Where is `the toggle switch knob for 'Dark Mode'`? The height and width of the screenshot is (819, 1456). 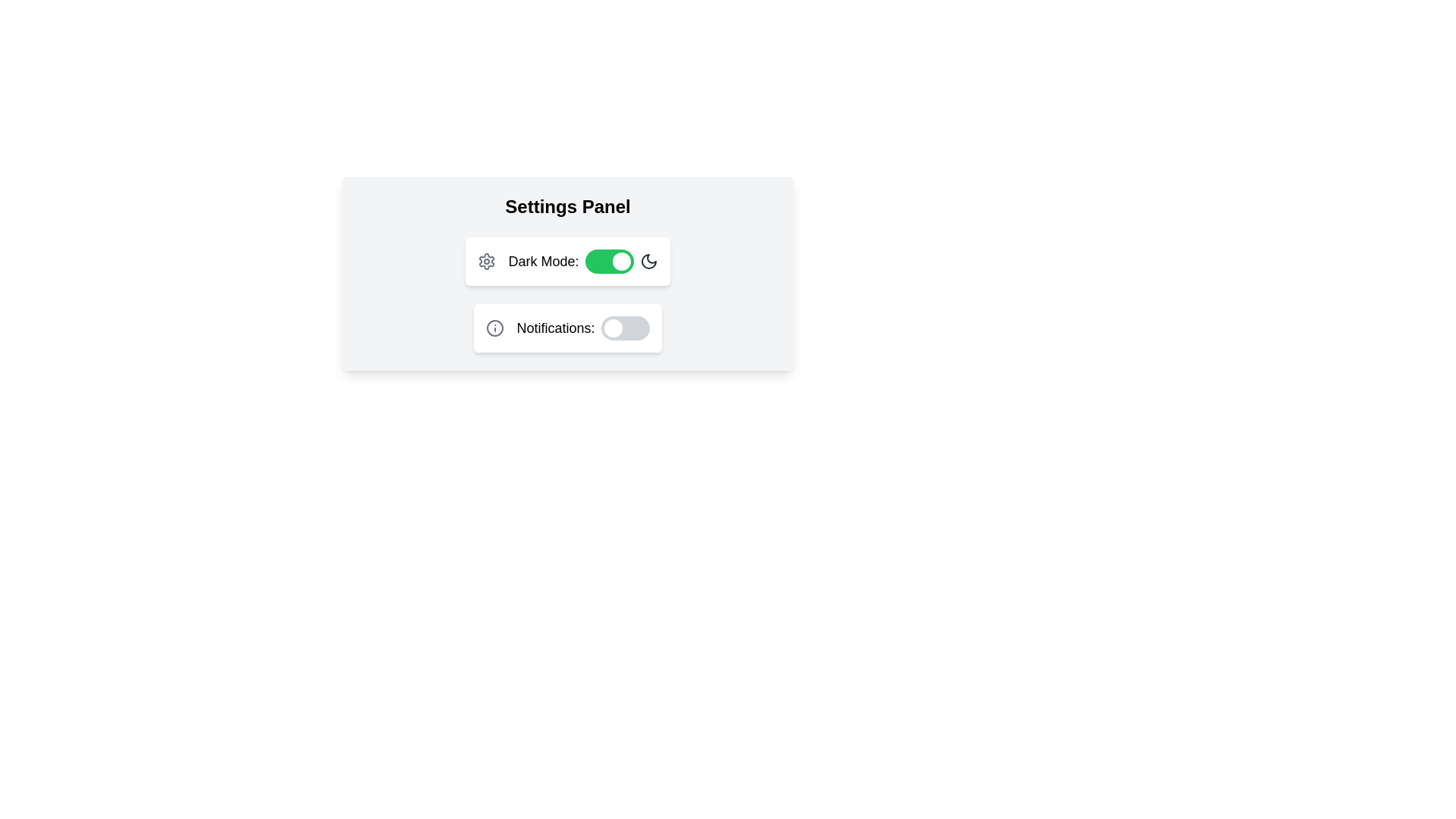 the toggle switch knob for 'Dark Mode' is located at coordinates (621, 260).